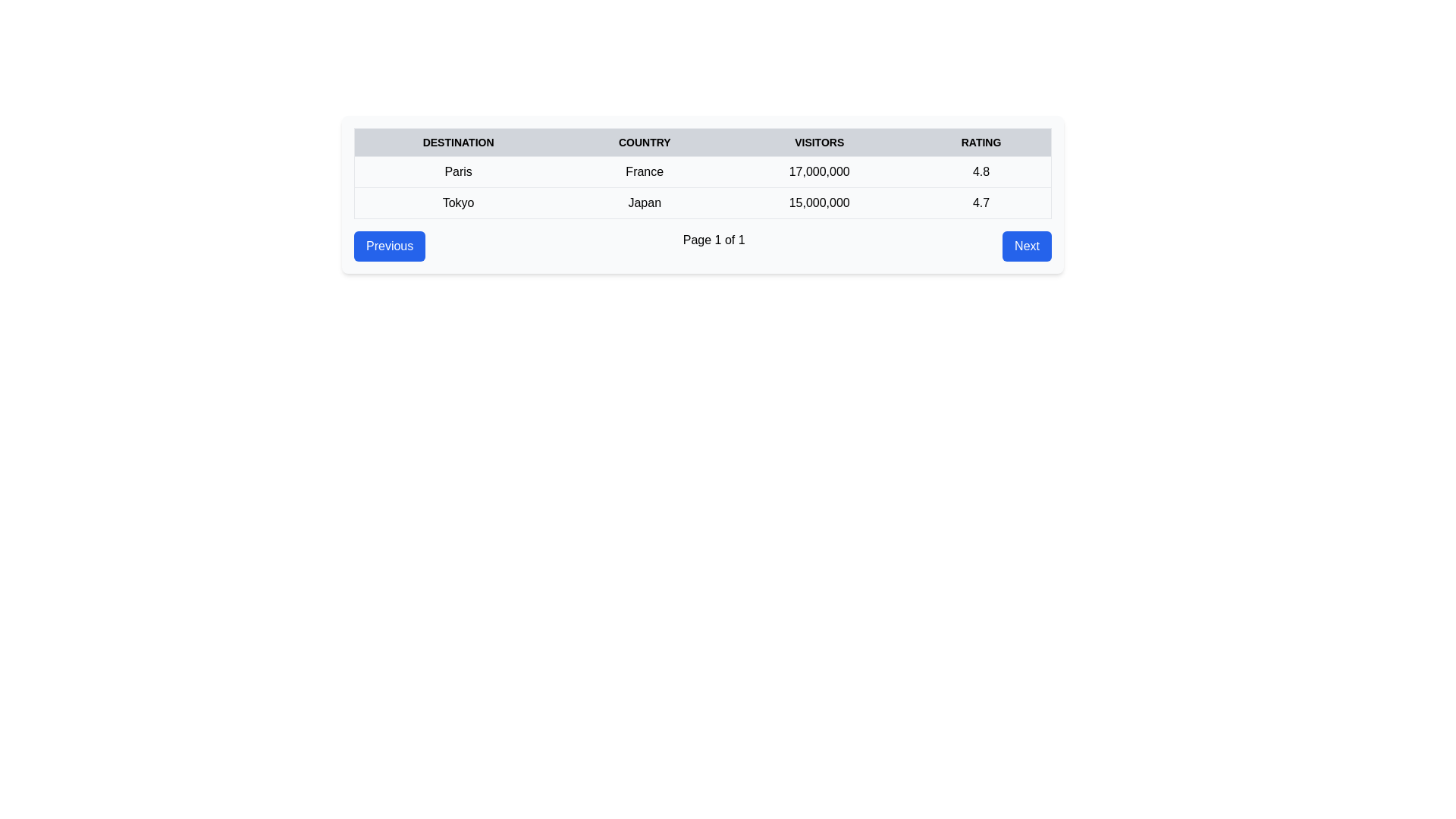 Image resolution: width=1456 pixels, height=819 pixels. I want to click on the non-interactive text label that displays 'Page 1 of 1' in the middle of the navigation bar, so click(713, 245).